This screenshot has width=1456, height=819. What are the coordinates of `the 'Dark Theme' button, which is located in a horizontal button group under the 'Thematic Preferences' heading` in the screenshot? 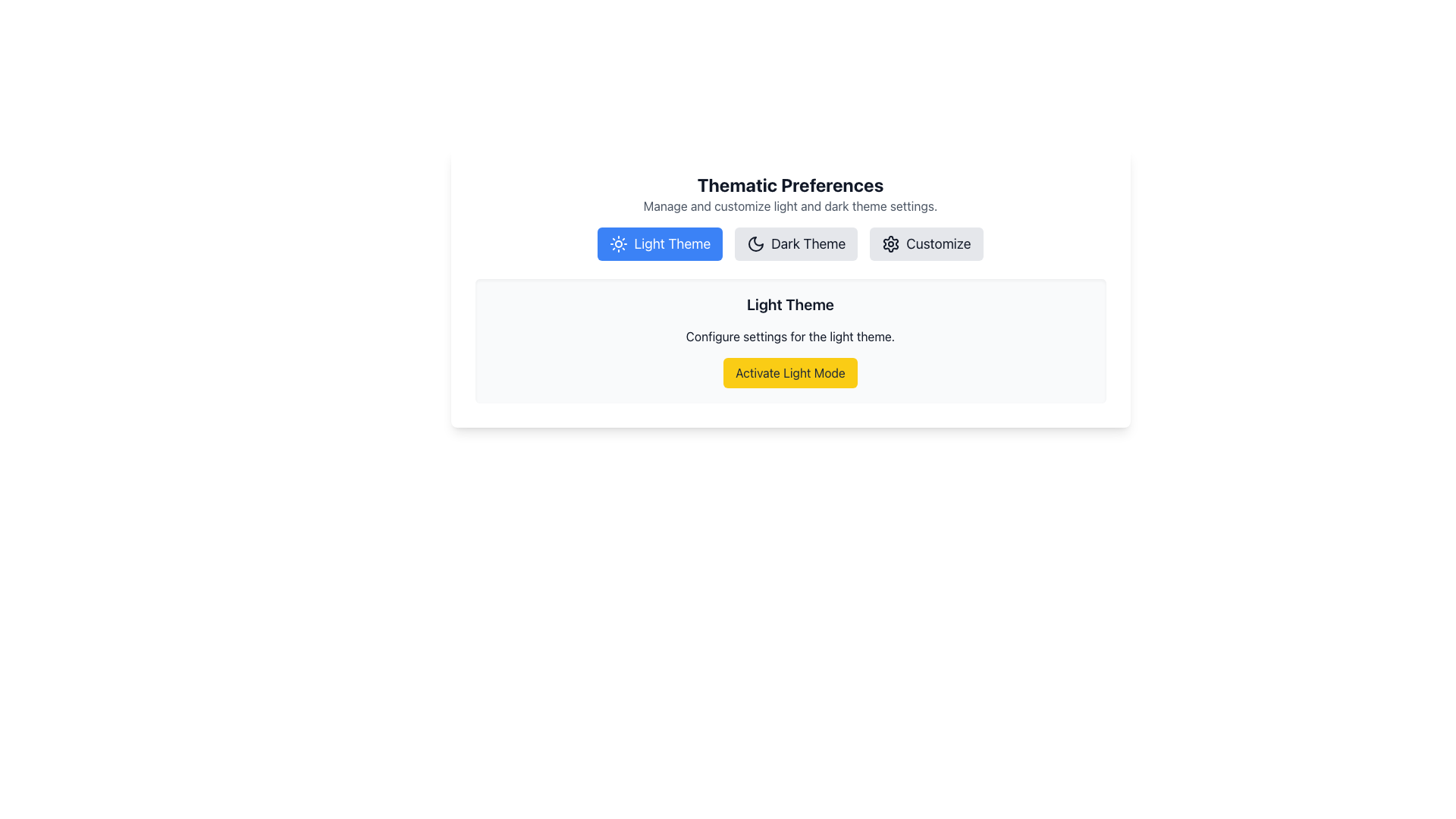 It's located at (789, 243).